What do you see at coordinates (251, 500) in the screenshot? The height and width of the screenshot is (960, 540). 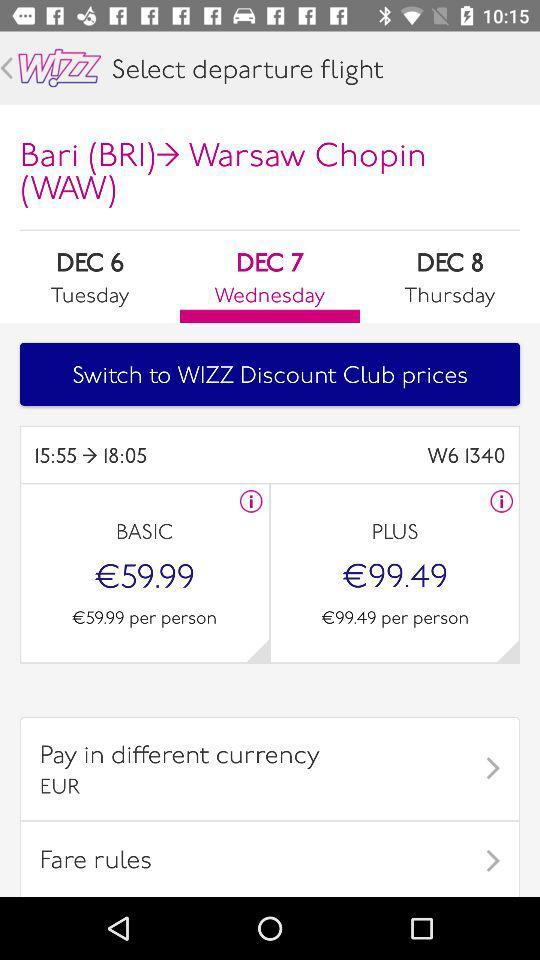 I see `click for more details` at bounding box center [251, 500].